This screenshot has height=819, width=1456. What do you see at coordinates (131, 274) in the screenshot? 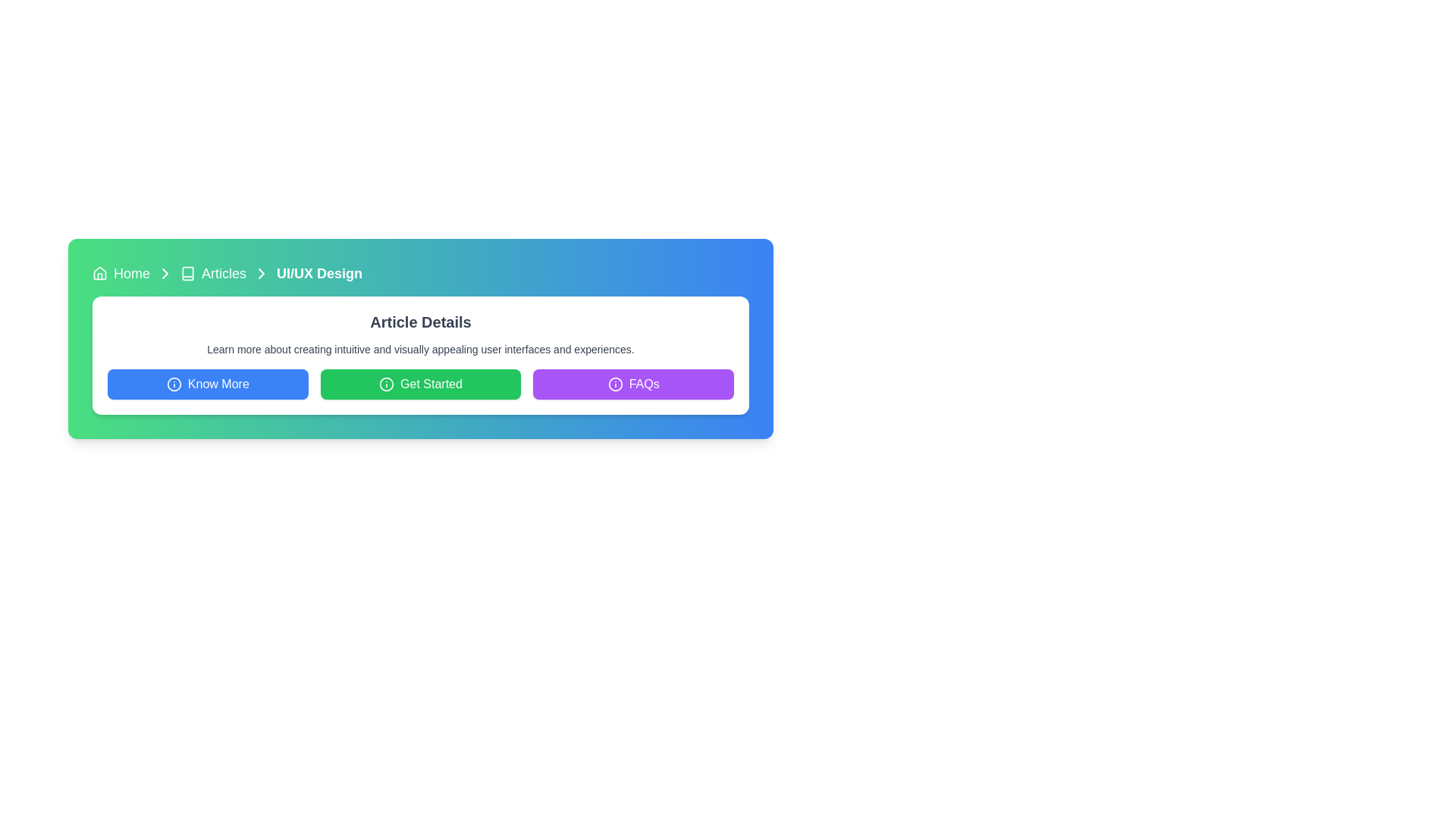
I see `the 'Home' hyperlink in the breadcrumb navigation bar` at bounding box center [131, 274].